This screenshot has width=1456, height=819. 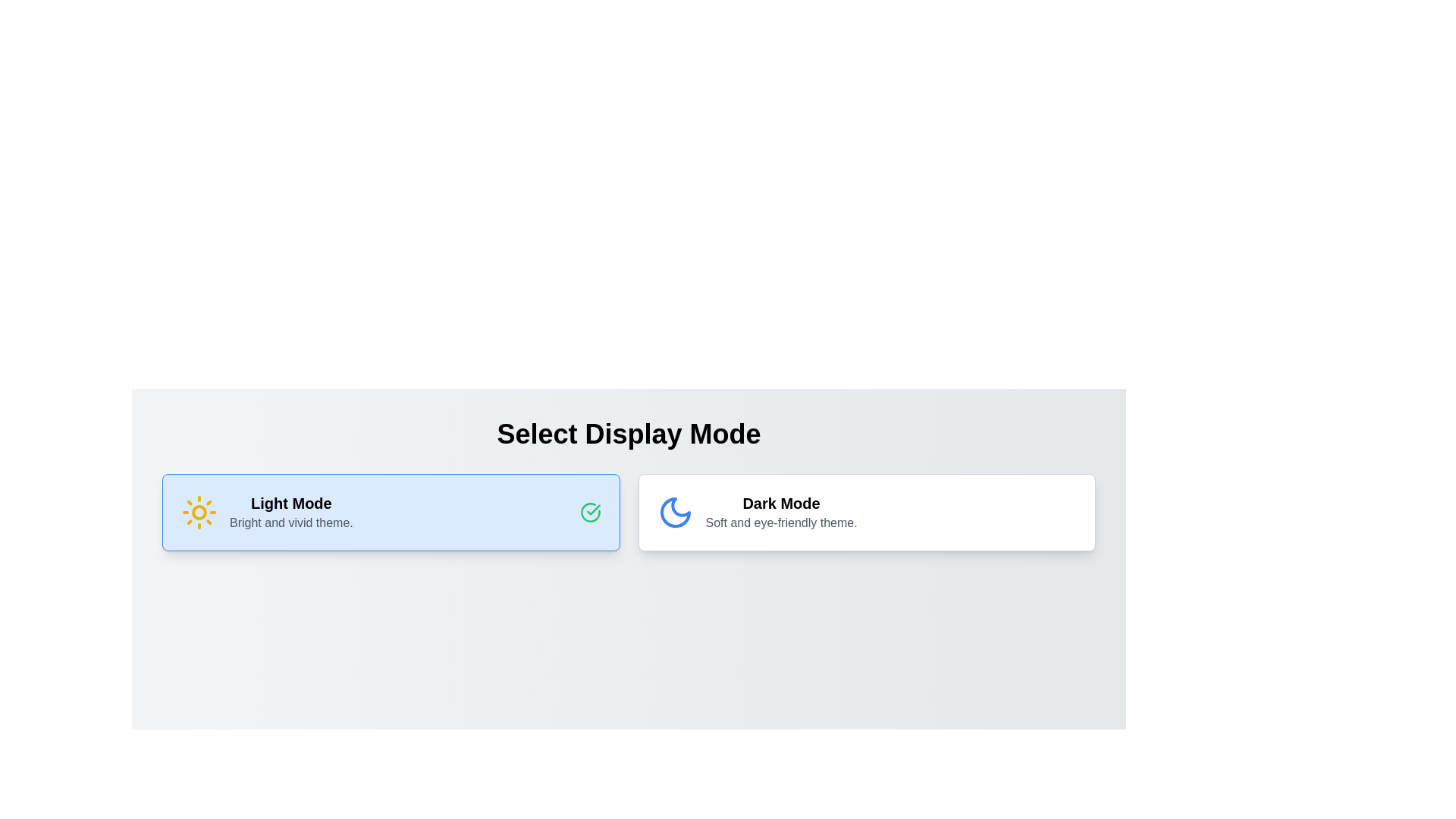 What do you see at coordinates (291, 503) in the screenshot?
I see `the 'Light Mode' text label, which is a bold and larger font title with a light blue background, positioned above the smaller label 'Bright and vivid theme.'` at bounding box center [291, 503].